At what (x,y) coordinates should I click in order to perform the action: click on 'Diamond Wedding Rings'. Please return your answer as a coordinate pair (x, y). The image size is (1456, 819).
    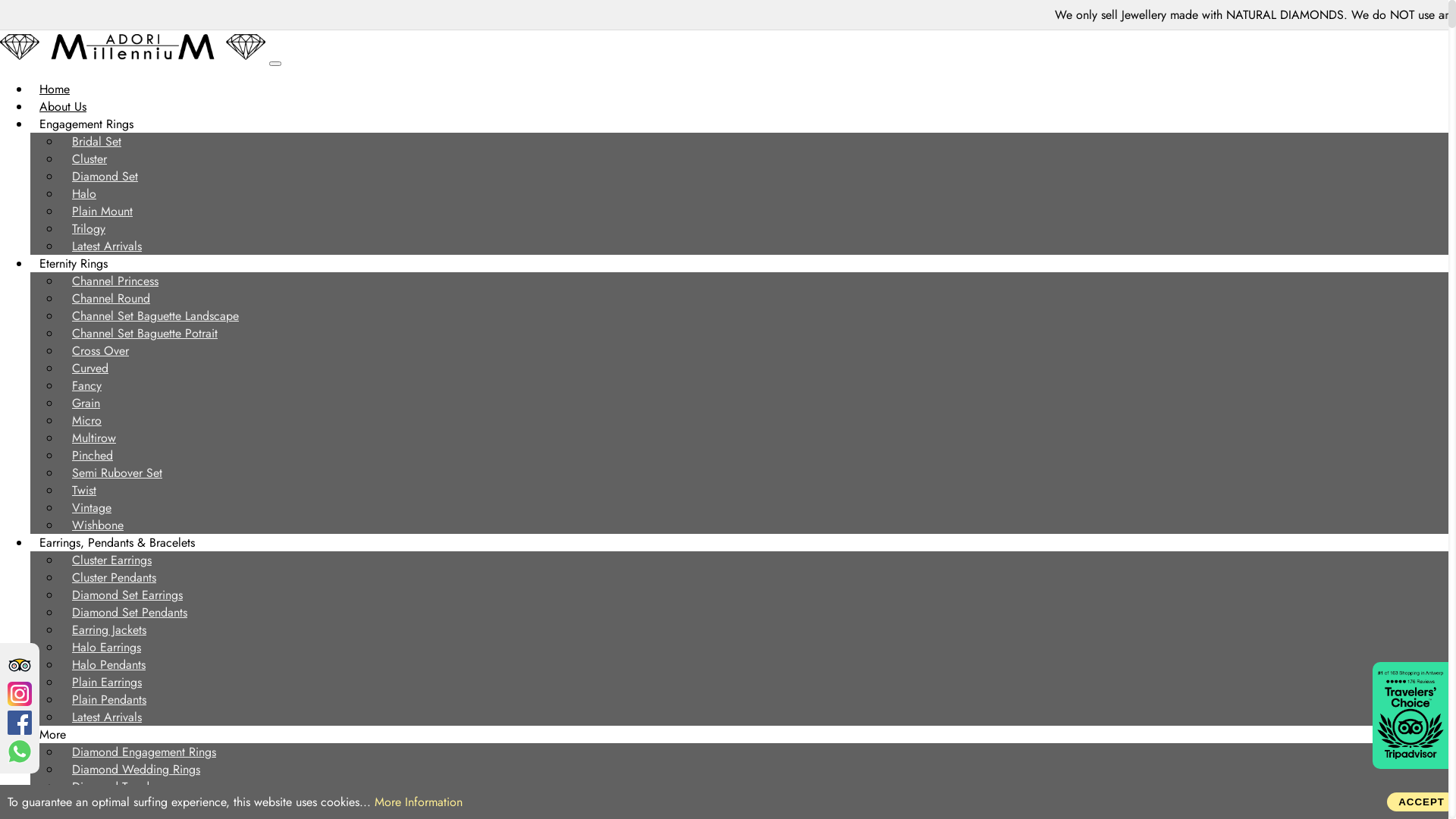
    Looking at the image, I should click on (136, 769).